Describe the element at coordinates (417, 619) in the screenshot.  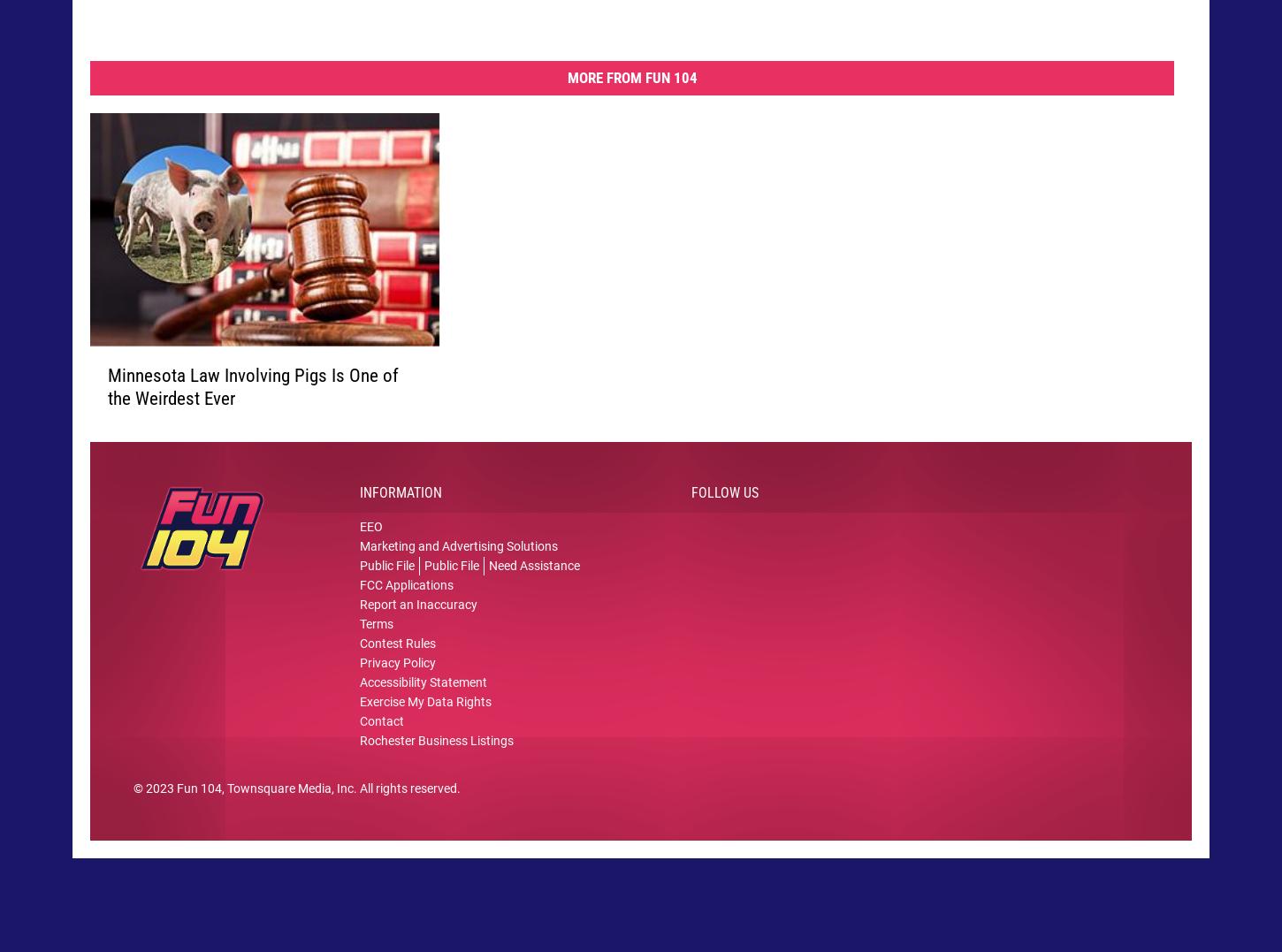
I see `'Report an Inaccuracy'` at that location.